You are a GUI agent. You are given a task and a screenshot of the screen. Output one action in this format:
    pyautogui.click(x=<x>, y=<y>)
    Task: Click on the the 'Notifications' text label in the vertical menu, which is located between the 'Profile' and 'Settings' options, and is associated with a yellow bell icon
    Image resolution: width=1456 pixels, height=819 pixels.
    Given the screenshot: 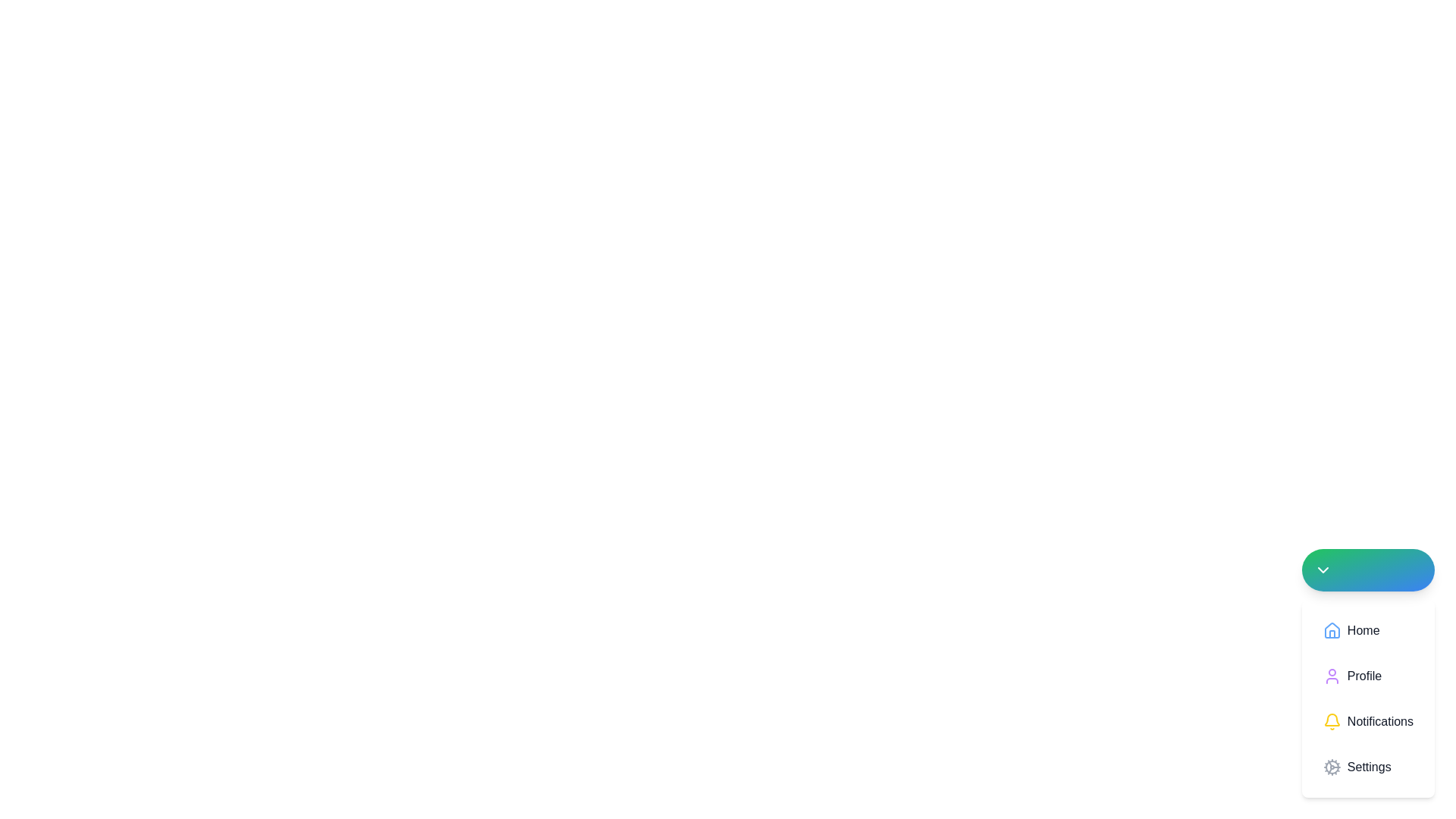 What is the action you would take?
    pyautogui.click(x=1380, y=721)
    